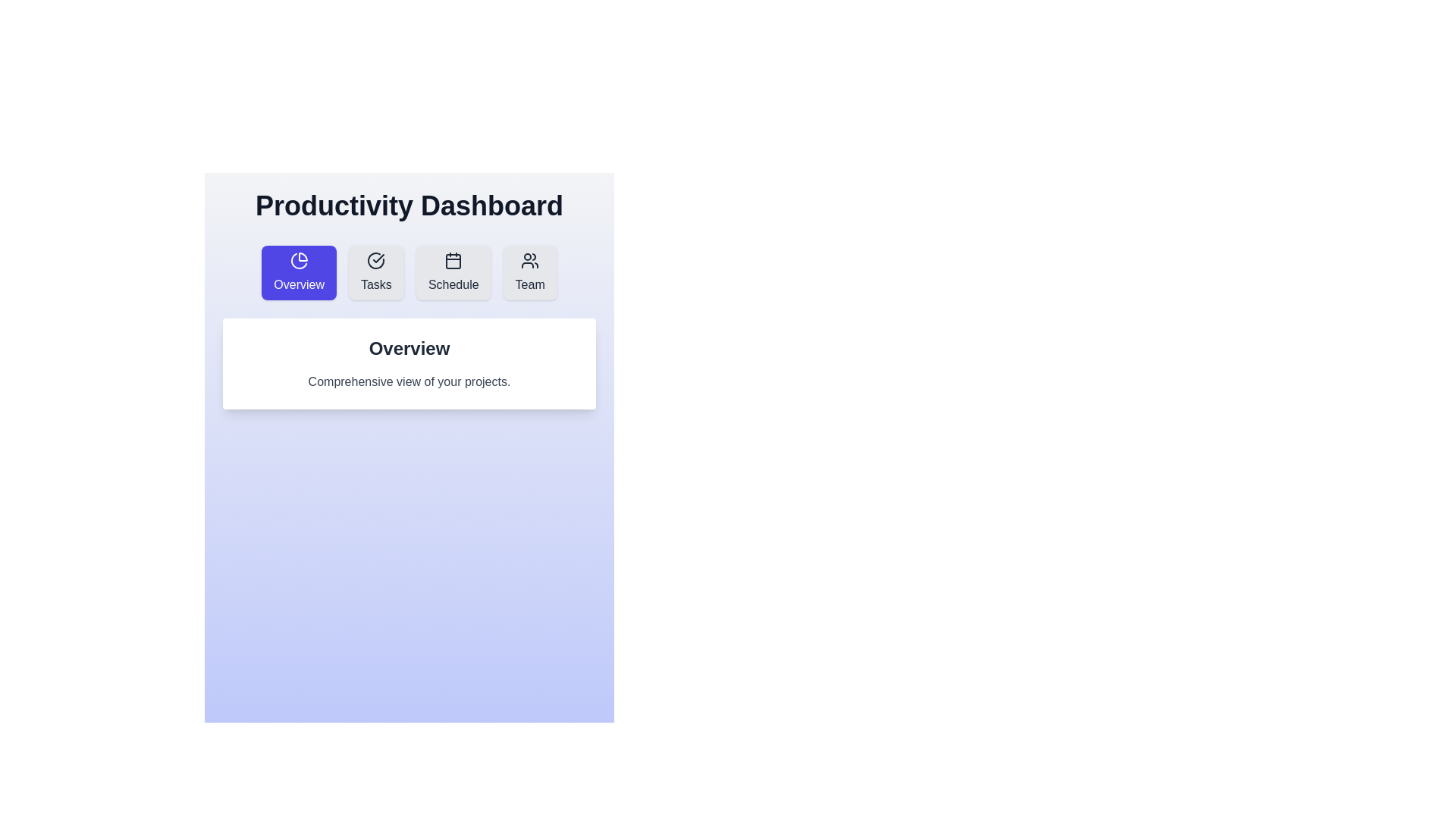 Image resolution: width=1456 pixels, height=819 pixels. Describe the element at coordinates (453, 271) in the screenshot. I see `the navigation button labeled 'Schedule' to observe the visual effect` at that location.